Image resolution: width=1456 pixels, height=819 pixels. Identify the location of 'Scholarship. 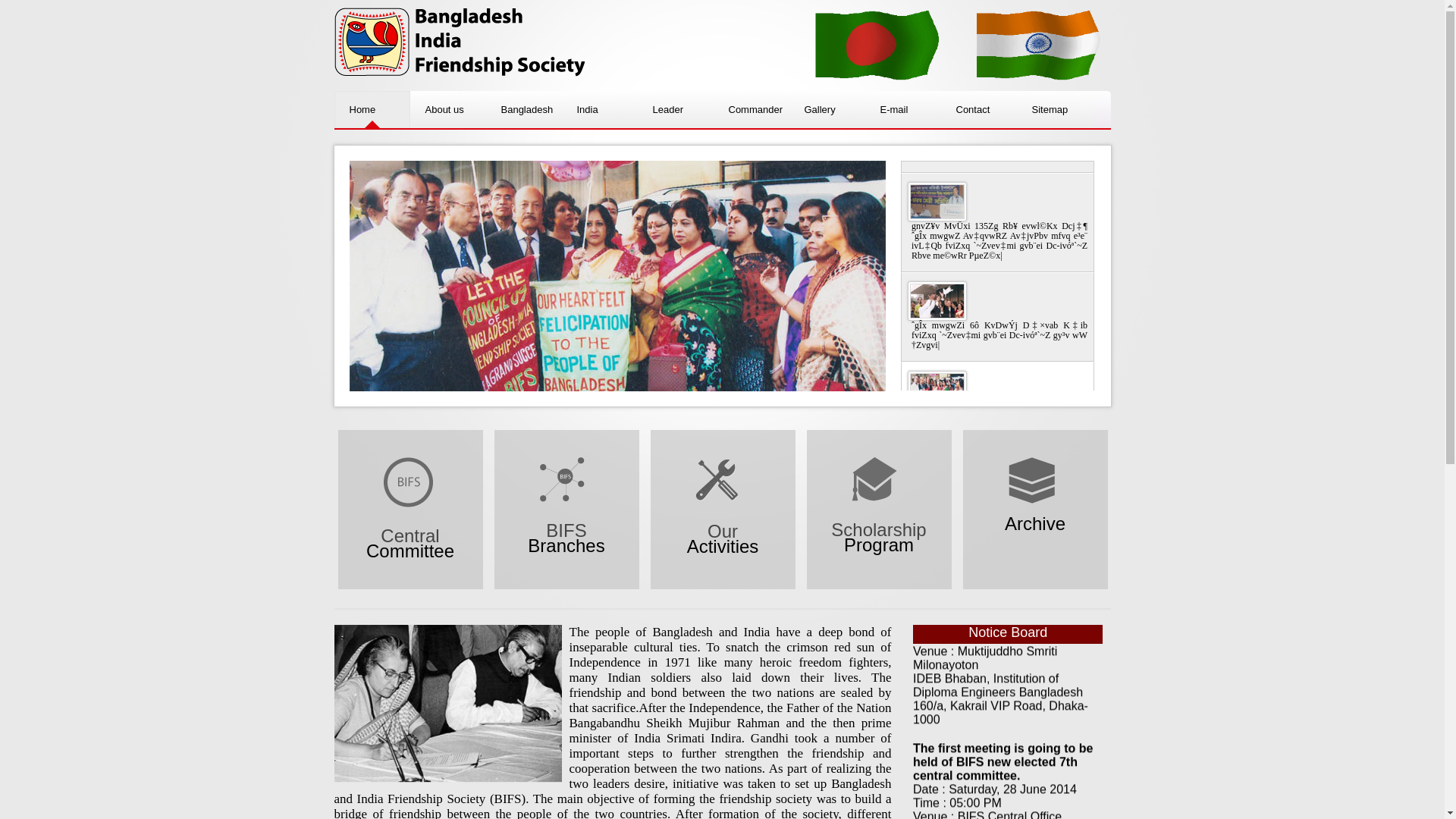
(879, 522).